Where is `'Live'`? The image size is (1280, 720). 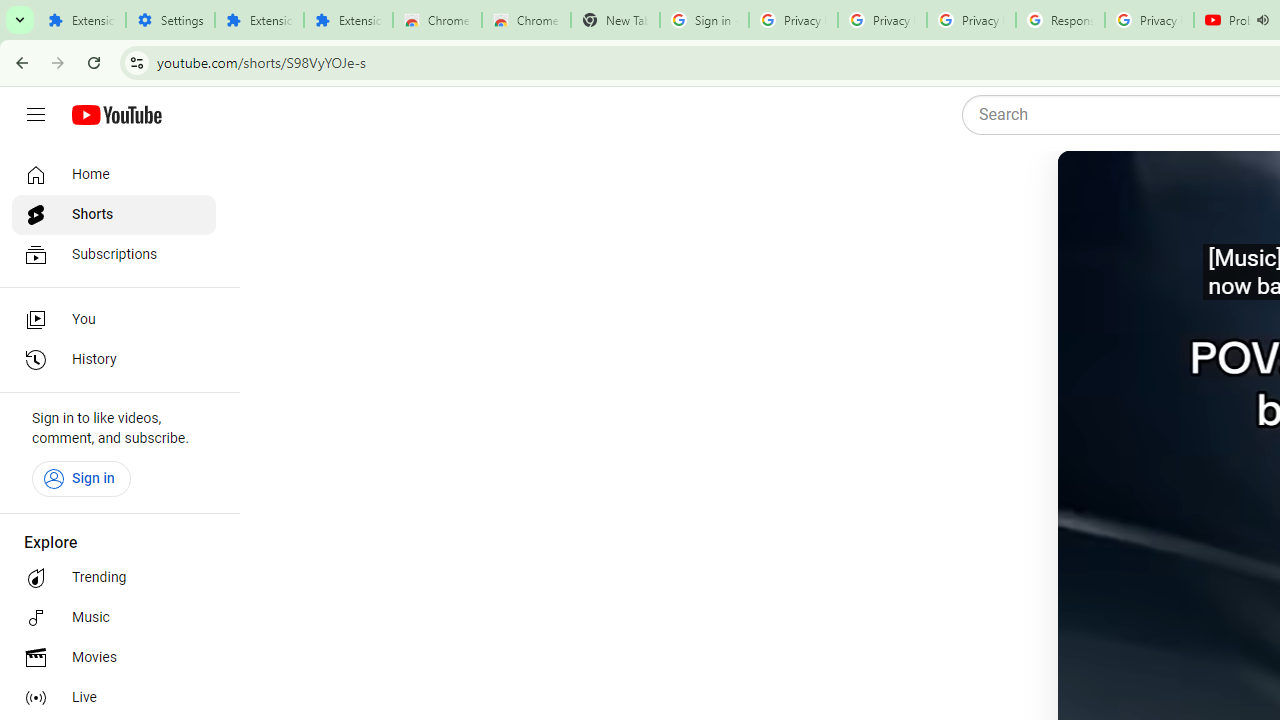
'Live' is located at coordinates (112, 697).